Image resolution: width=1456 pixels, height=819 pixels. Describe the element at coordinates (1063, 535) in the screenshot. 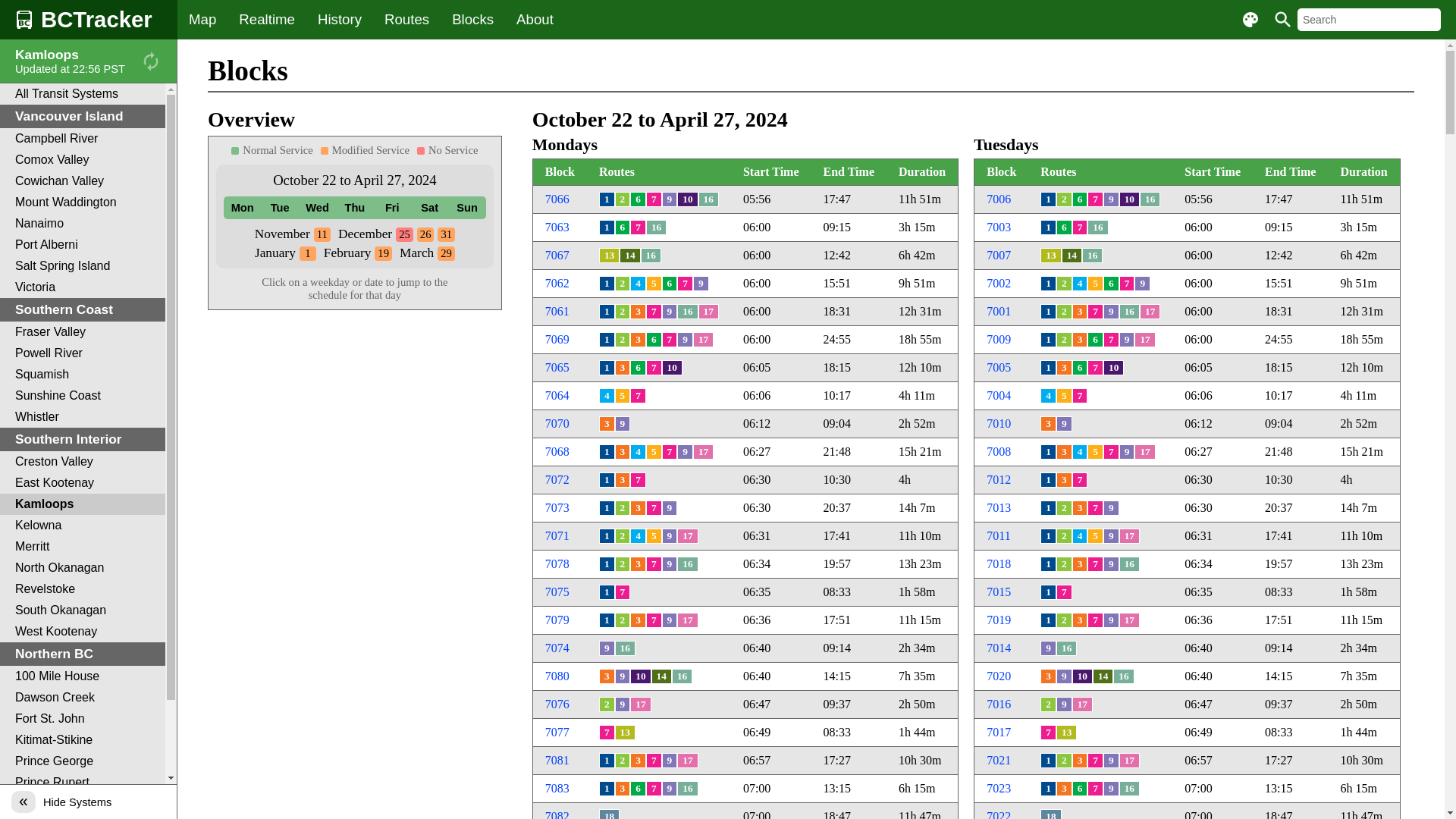

I see `'2'` at that location.